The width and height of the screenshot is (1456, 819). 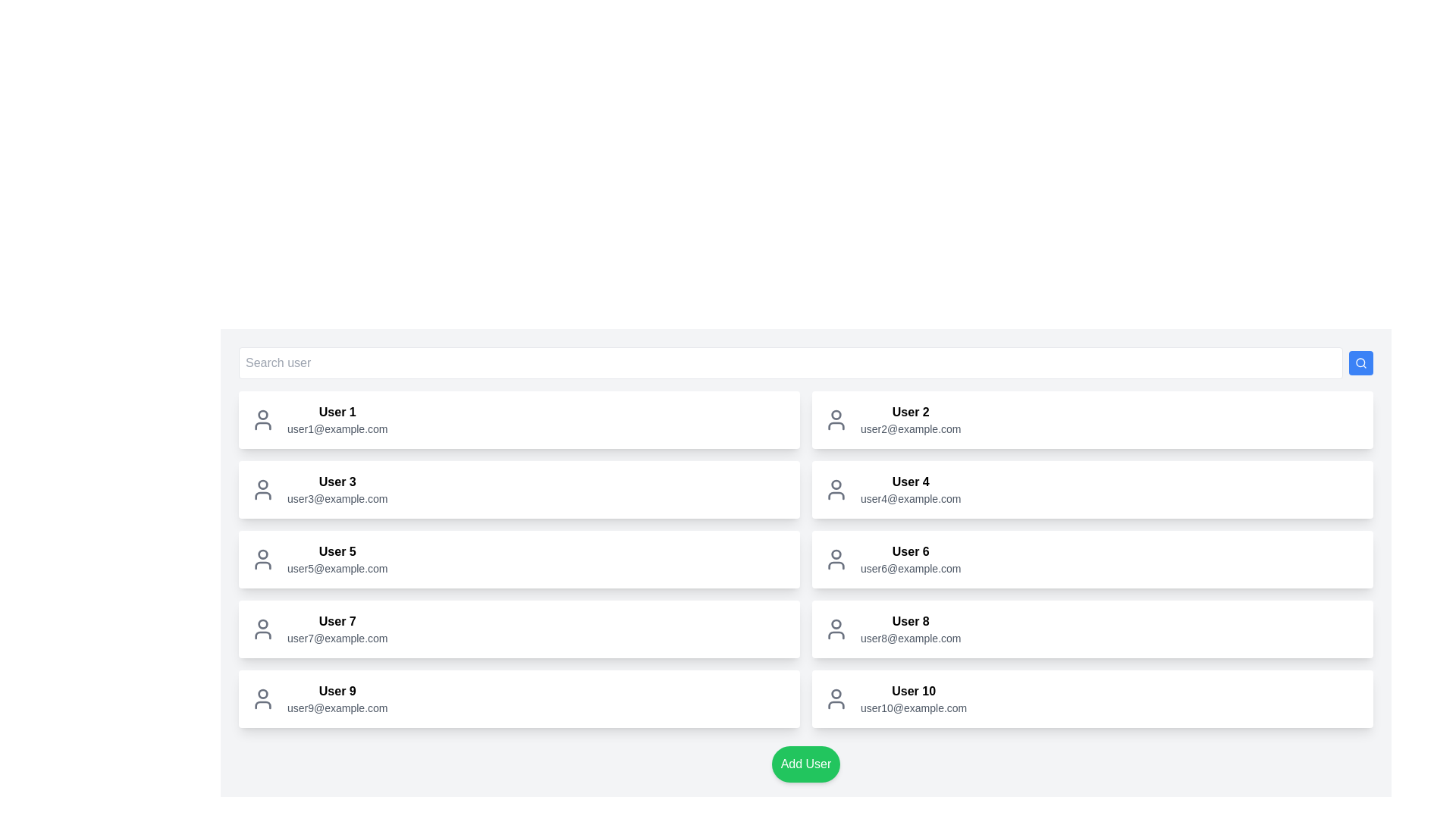 I want to click on text displayed prominently as 'User 9' in the last row of the user entries list, which serves as the main identifier, so click(x=337, y=691).